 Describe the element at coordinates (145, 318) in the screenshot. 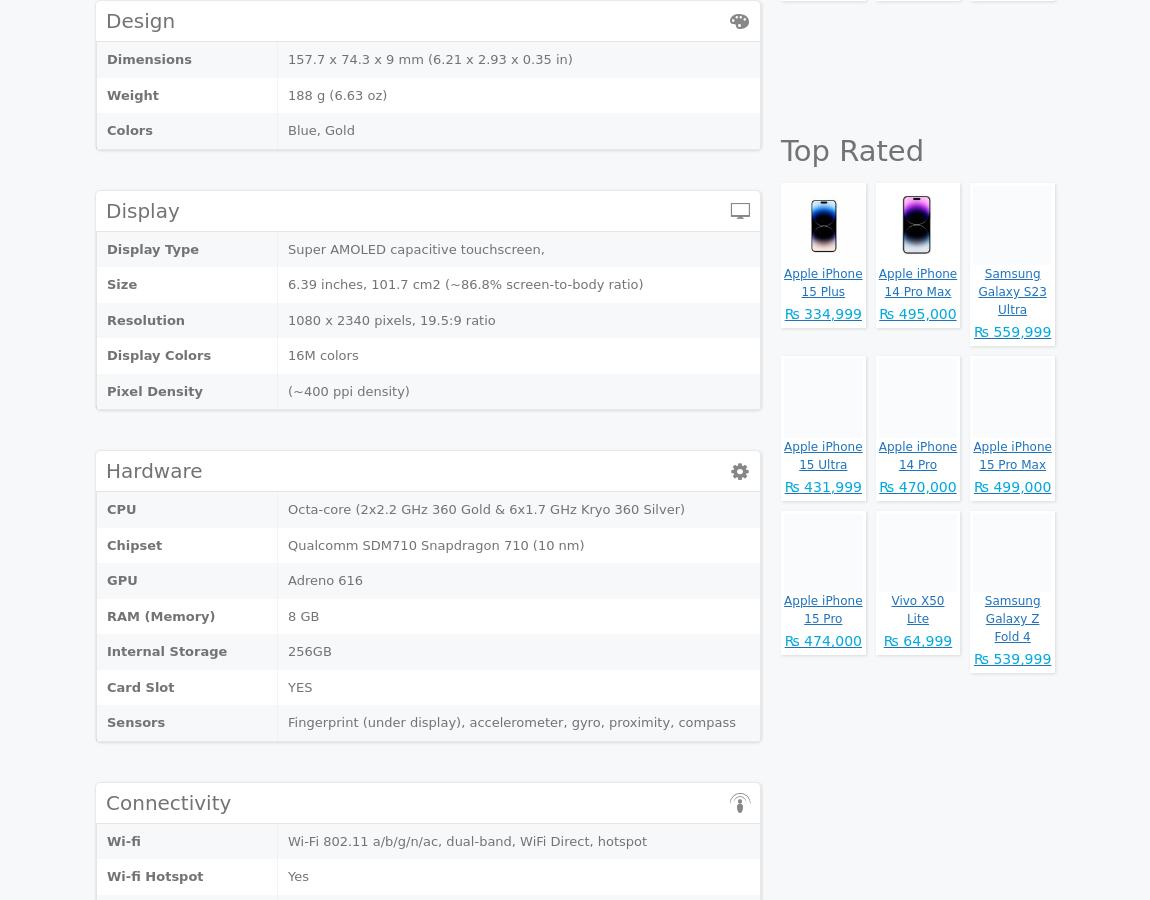

I see `'Resolution'` at that location.